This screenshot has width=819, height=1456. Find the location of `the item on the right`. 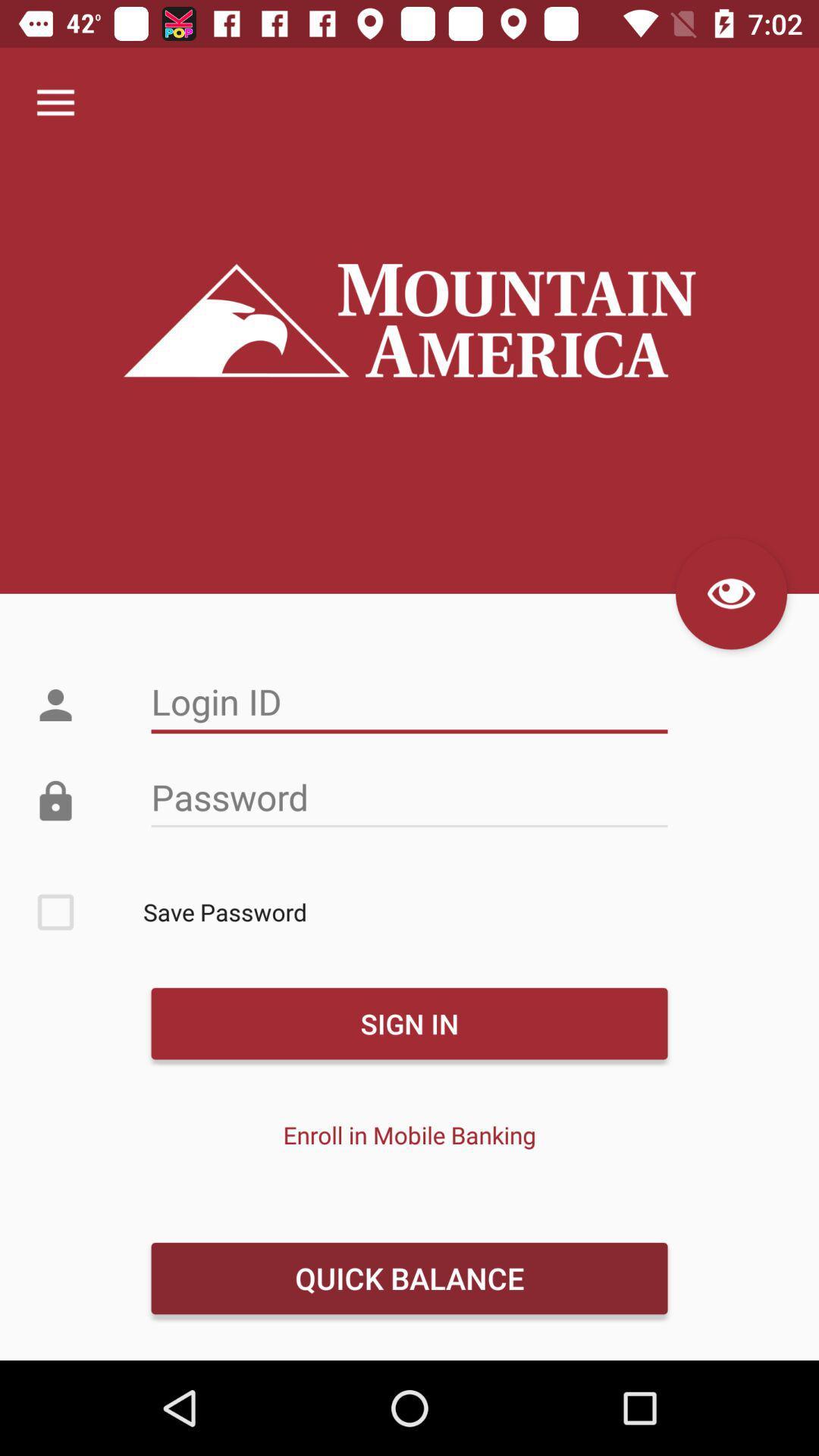

the item on the right is located at coordinates (730, 592).